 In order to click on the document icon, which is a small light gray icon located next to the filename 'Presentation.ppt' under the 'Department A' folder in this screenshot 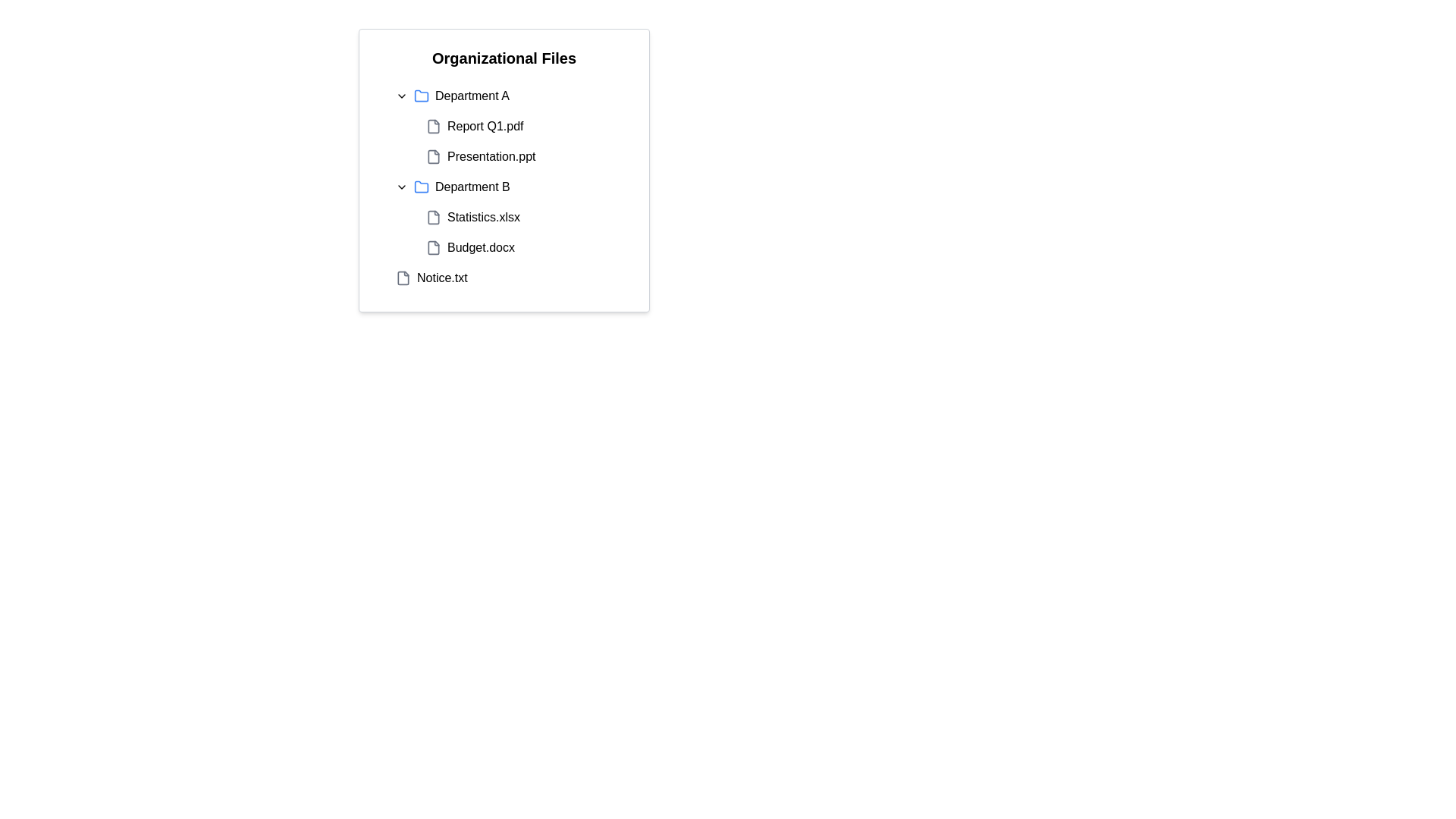, I will do `click(432, 157)`.